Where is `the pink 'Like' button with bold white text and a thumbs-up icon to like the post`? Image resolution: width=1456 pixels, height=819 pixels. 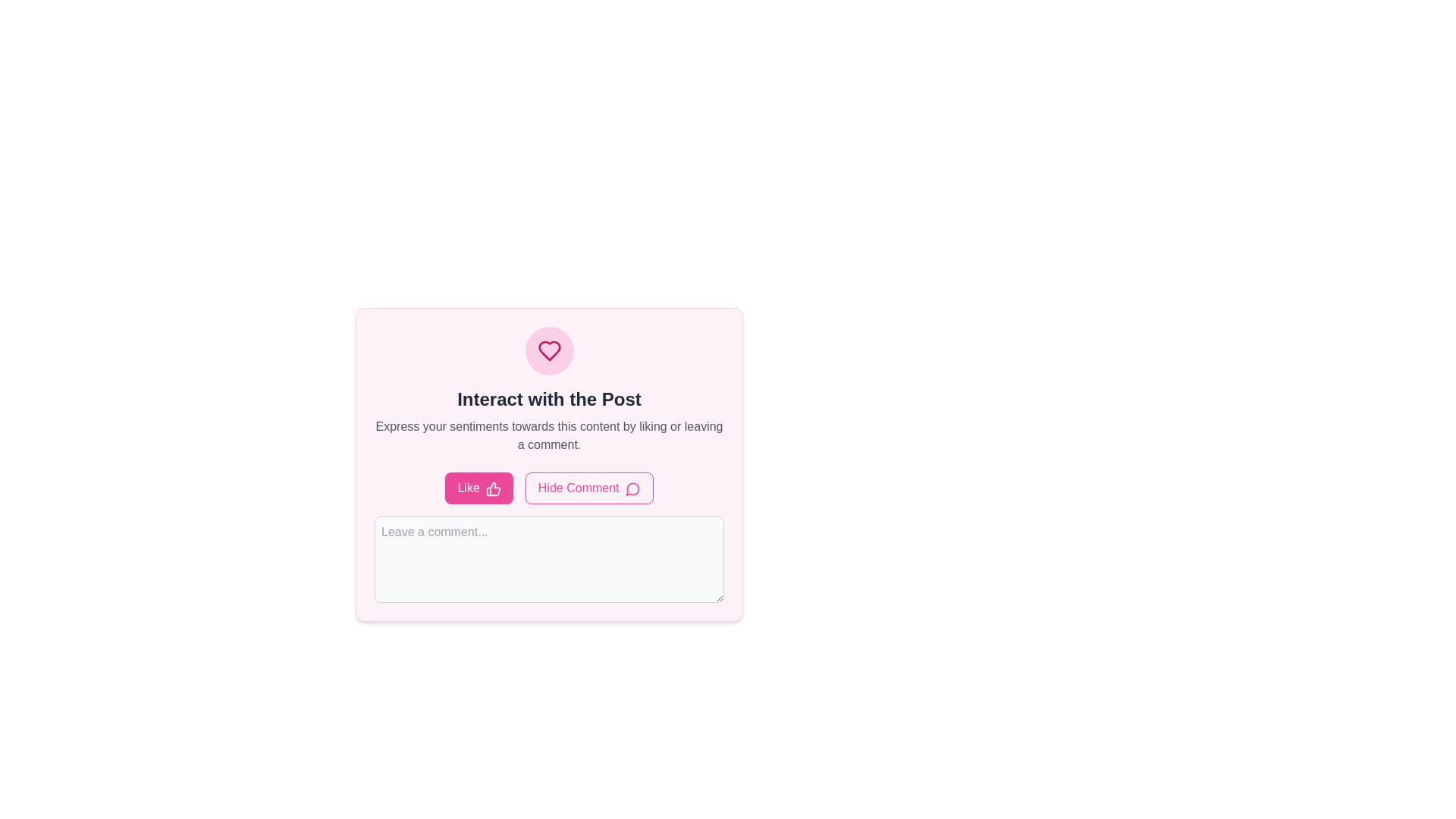
the pink 'Like' button with bold white text and a thumbs-up icon to like the post is located at coordinates (479, 488).